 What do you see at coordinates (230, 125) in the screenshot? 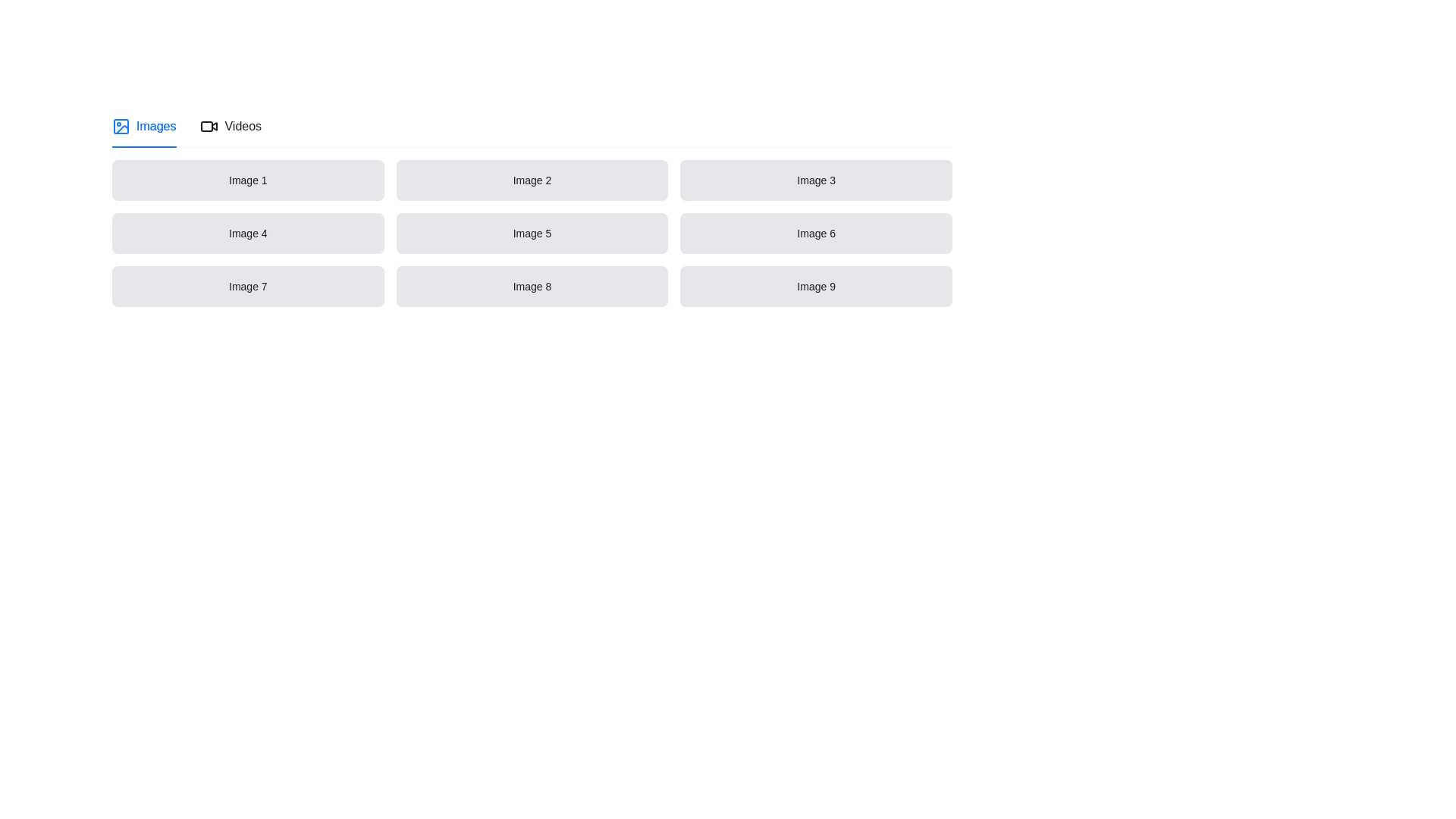
I see `the 'Videos' tab button located at the top-left section of the interface` at bounding box center [230, 125].